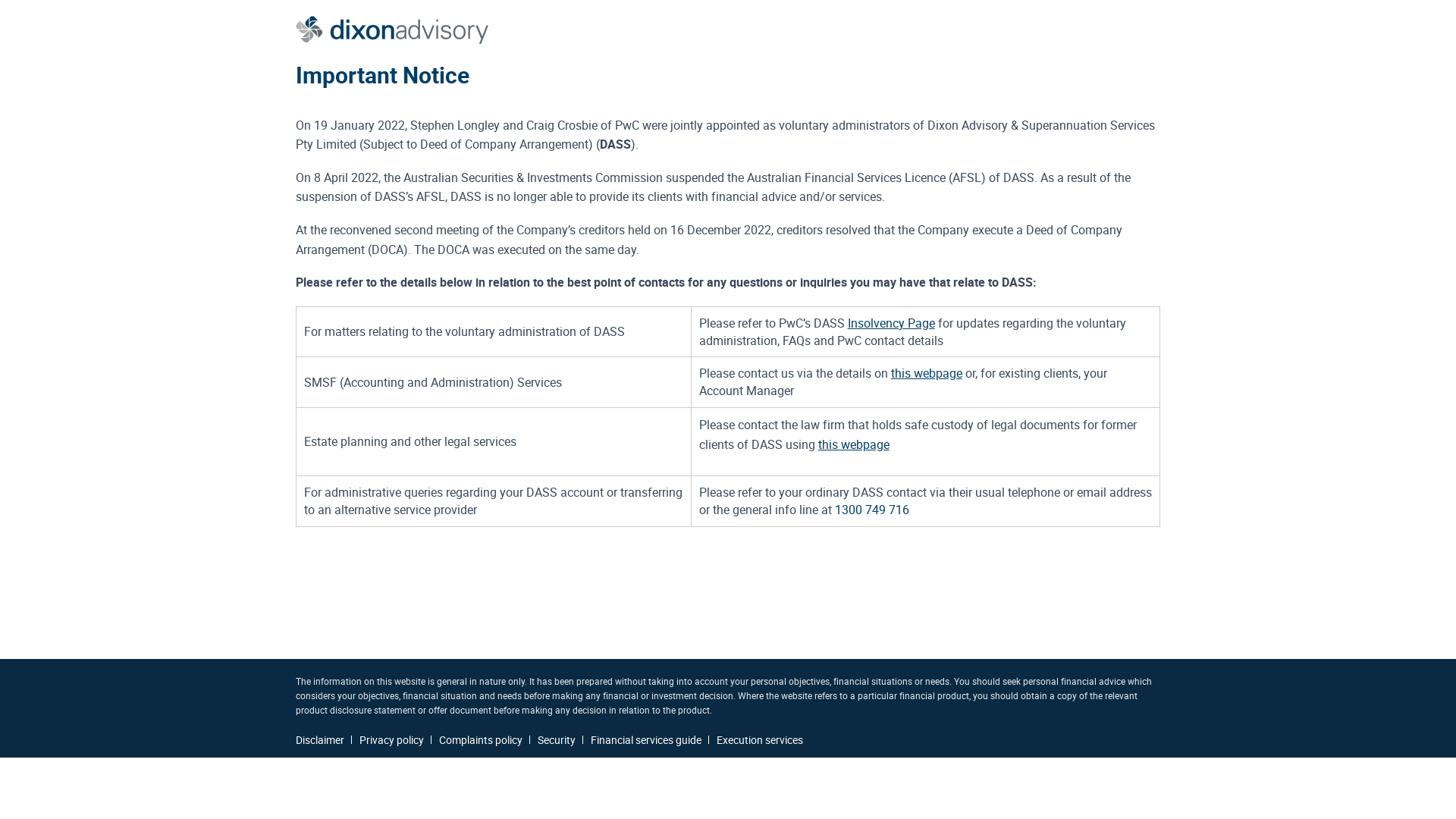  What do you see at coordinates (645, 739) in the screenshot?
I see `'Financial services guide'` at bounding box center [645, 739].